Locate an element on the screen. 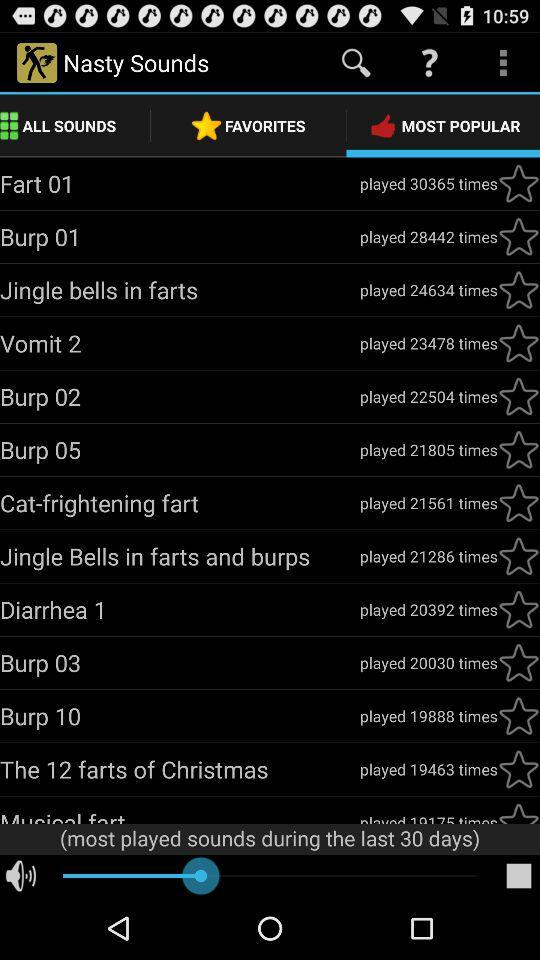 The width and height of the screenshot is (540, 960). favorites option is located at coordinates (518, 237).